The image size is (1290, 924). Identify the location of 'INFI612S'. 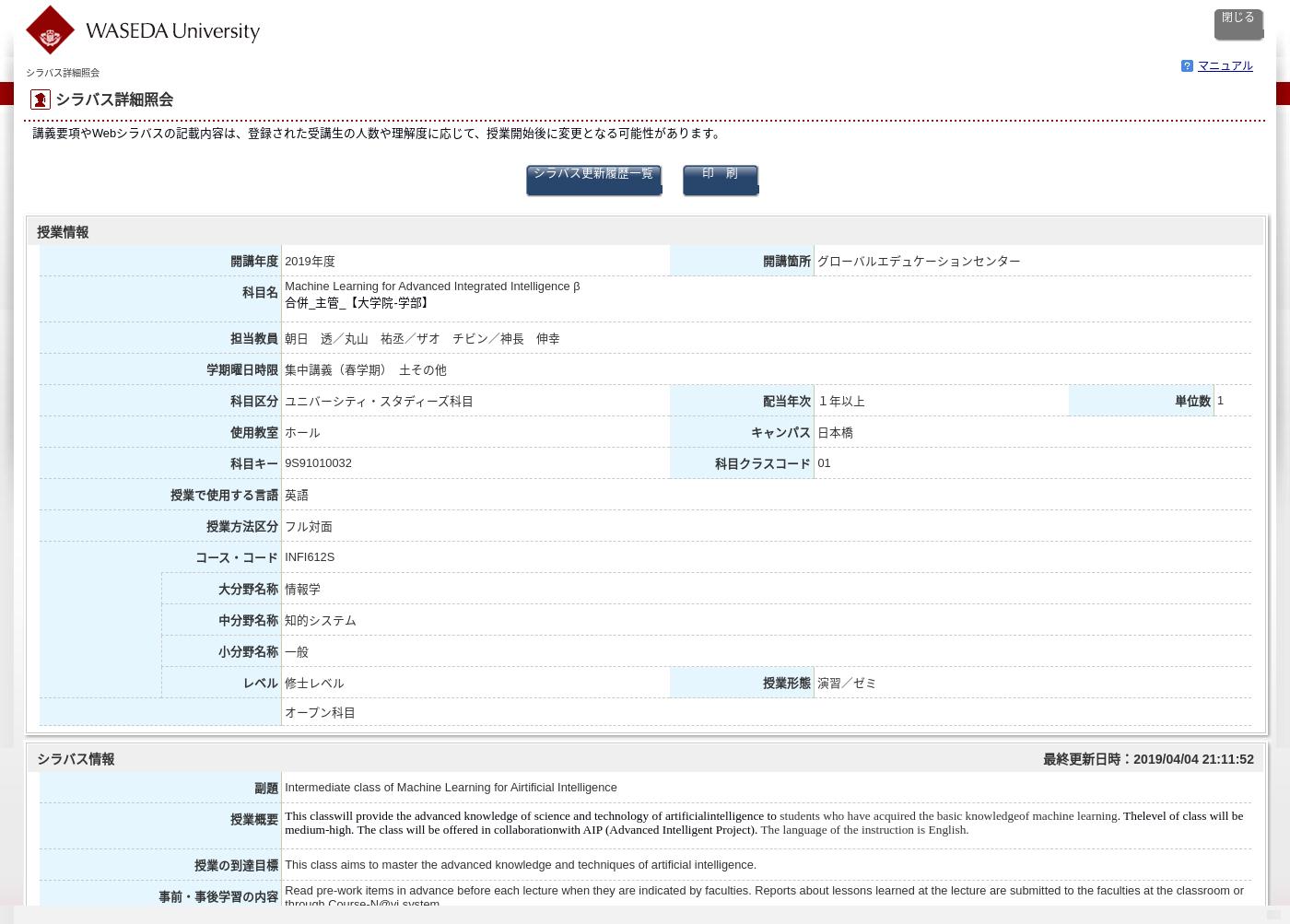
(310, 556).